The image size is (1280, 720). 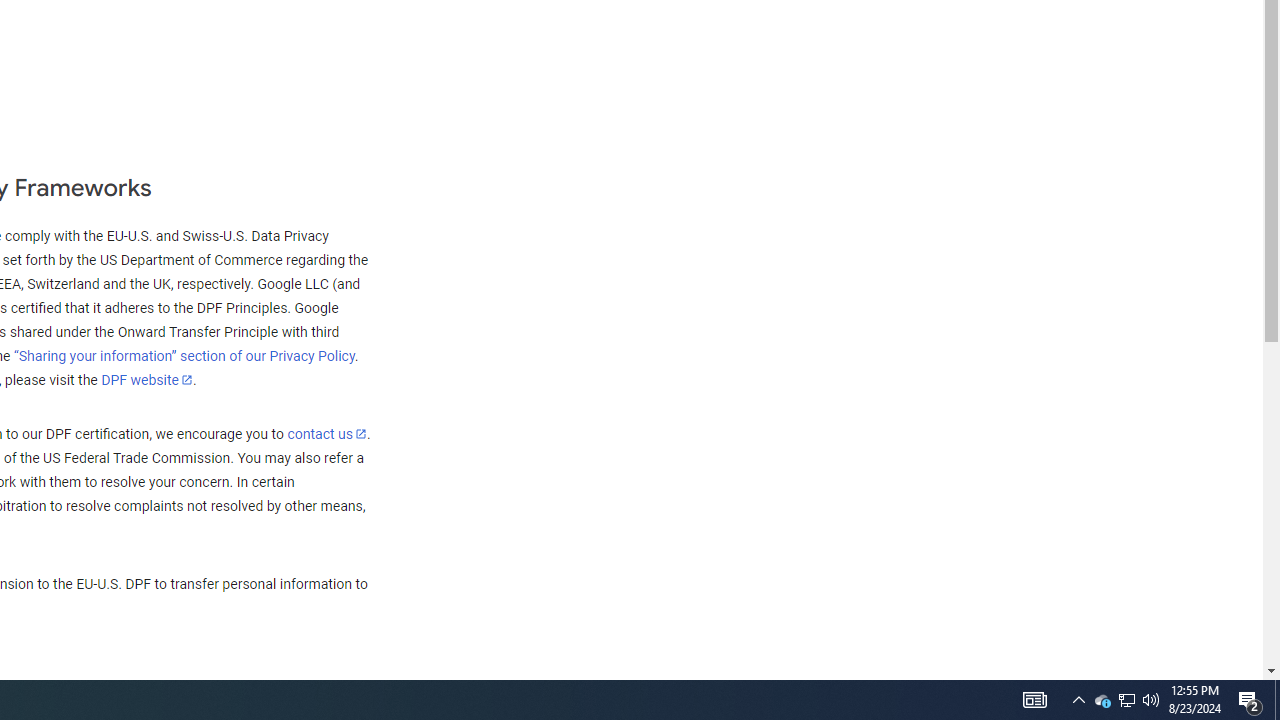 What do you see at coordinates (327, 432) in the screenshot?
I see `'contact us'` at bounding box center [327, 432].